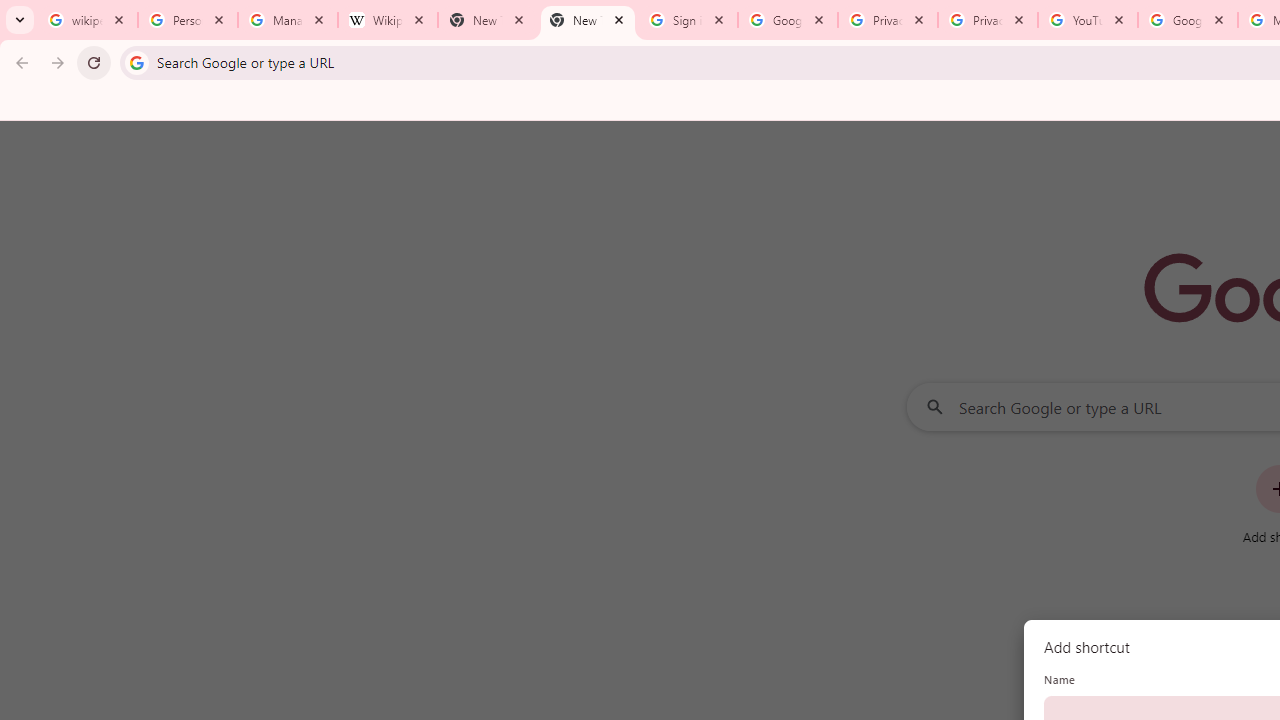 This screenshot has width=1280, height=720. What do you see at coordinates (787, 20) in the screenshot?
I see `'Google Drive: Sign-in'` at bounding box center [787, 20].